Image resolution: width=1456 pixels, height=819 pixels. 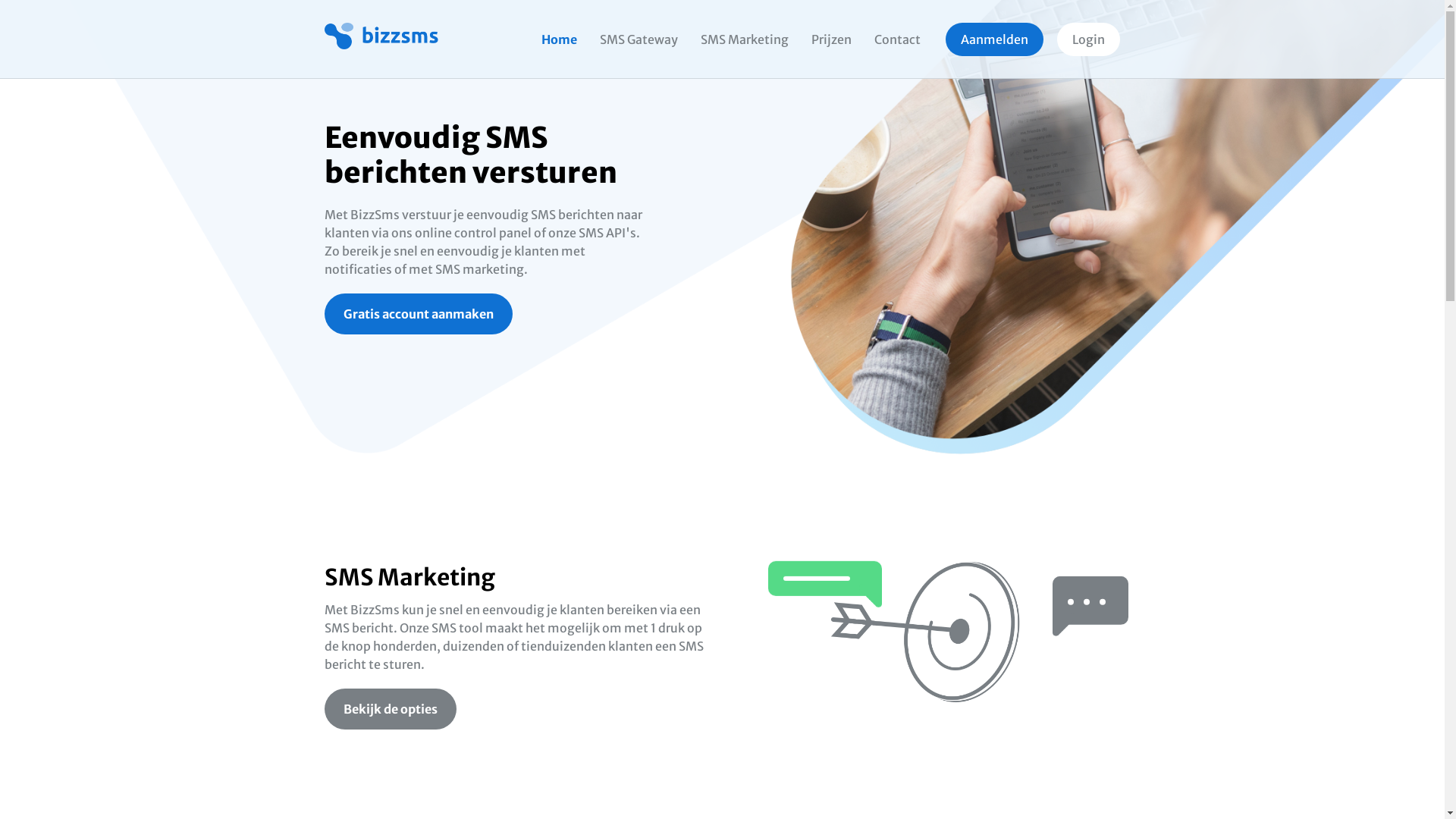 What do you see at coordinates (419, 312) in the screenshot?
I see `'Gratis account aanmaken'` at bounding box center [419, 312].